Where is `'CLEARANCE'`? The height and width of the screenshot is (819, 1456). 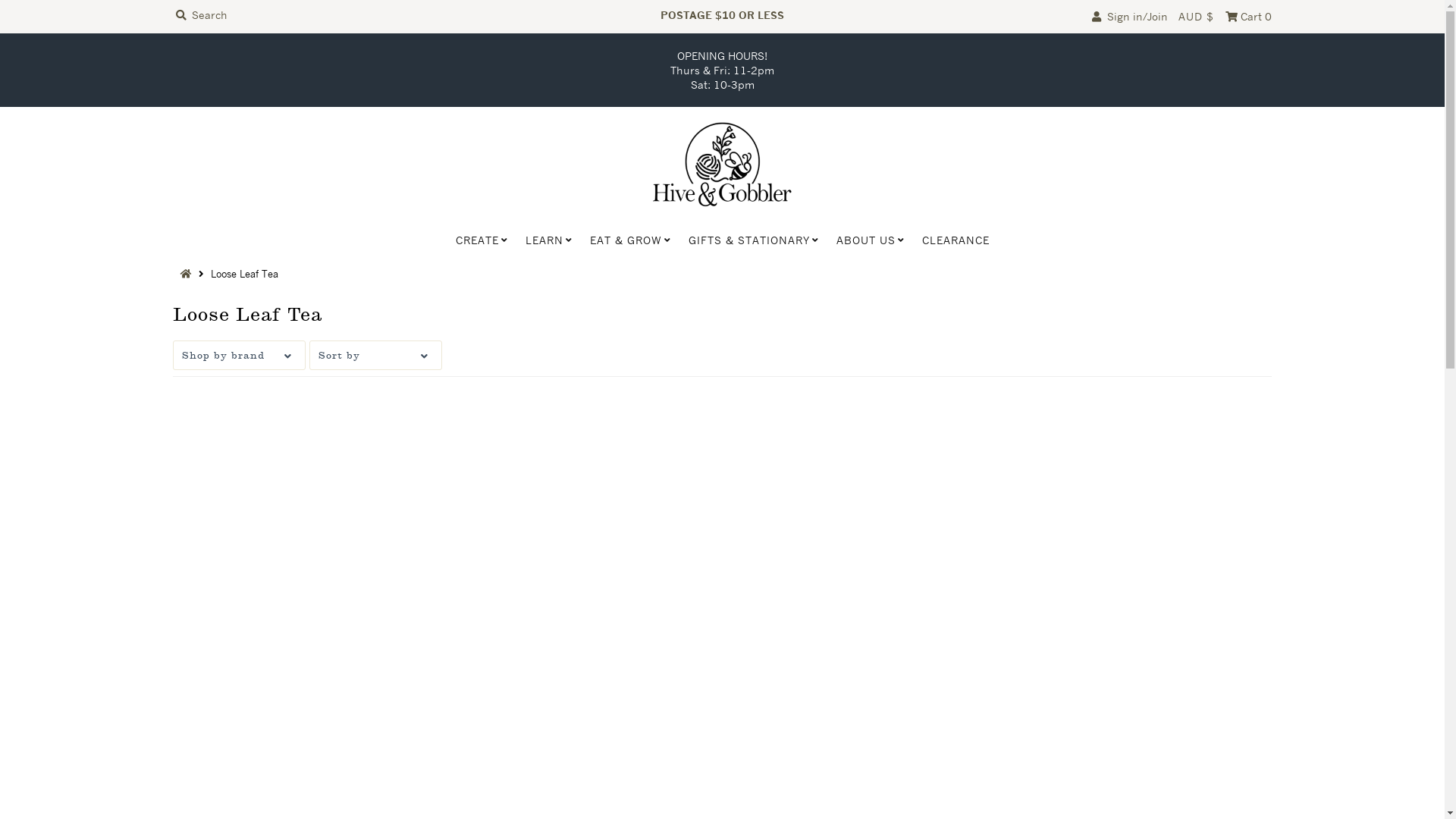 'CLEARANCE' is located at coordinates (954, 239).